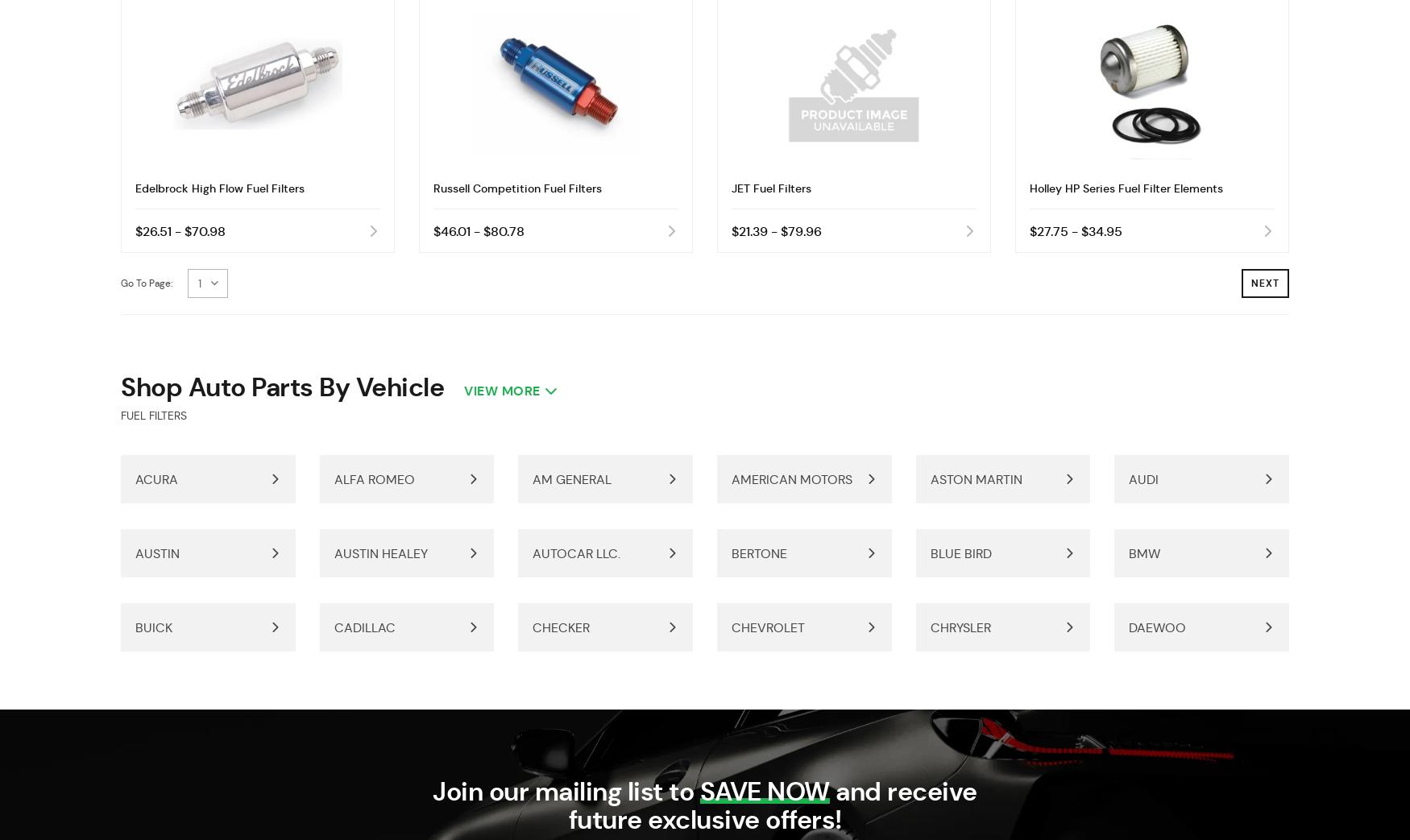 This screenshot has height=840, width=1410. Describe the element at coordinates (156, 479) in the screenshot. I see `'ACURA'` at that location.